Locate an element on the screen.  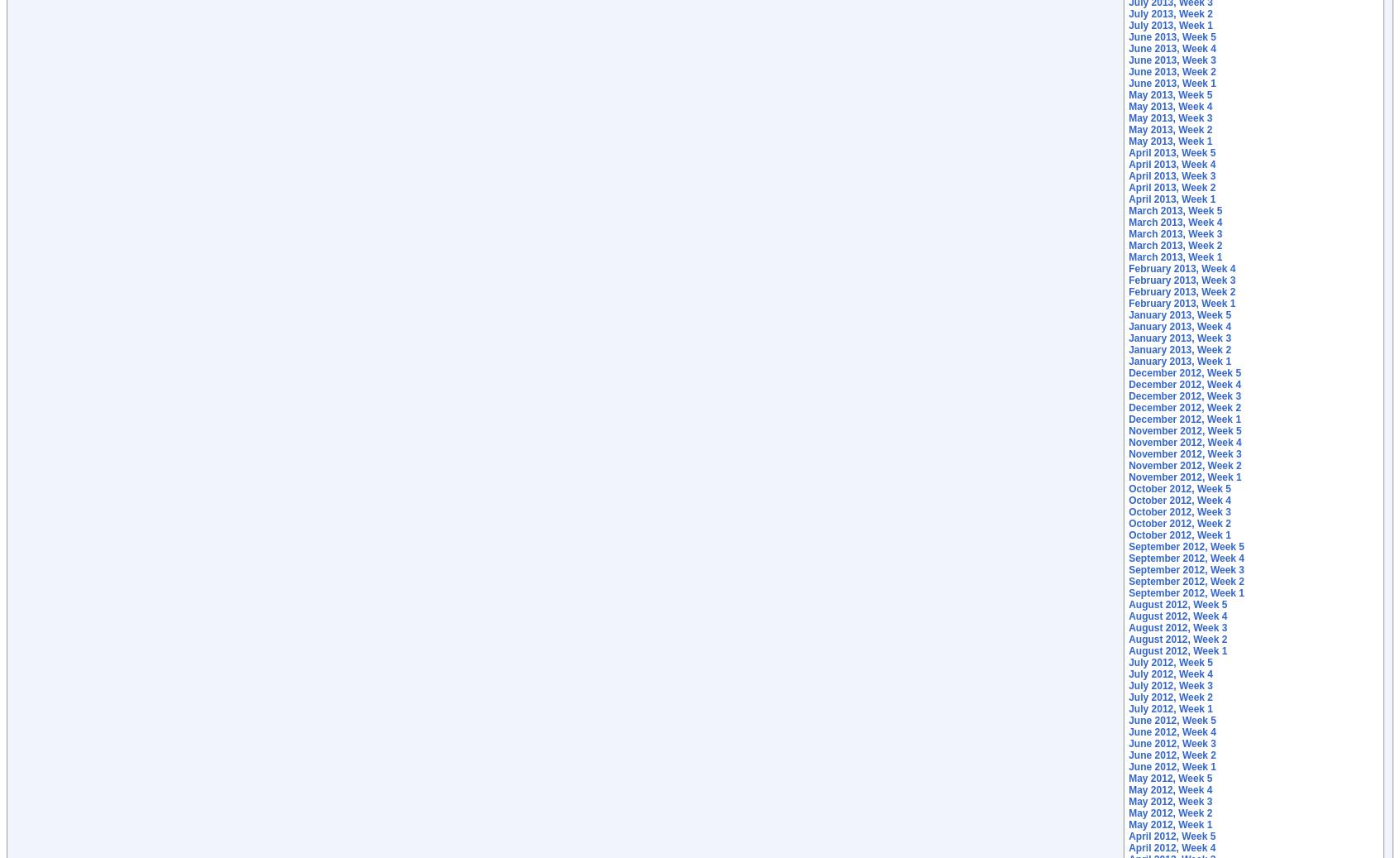
'January 2013, Week 2' is located at coordinates (1179, 348).